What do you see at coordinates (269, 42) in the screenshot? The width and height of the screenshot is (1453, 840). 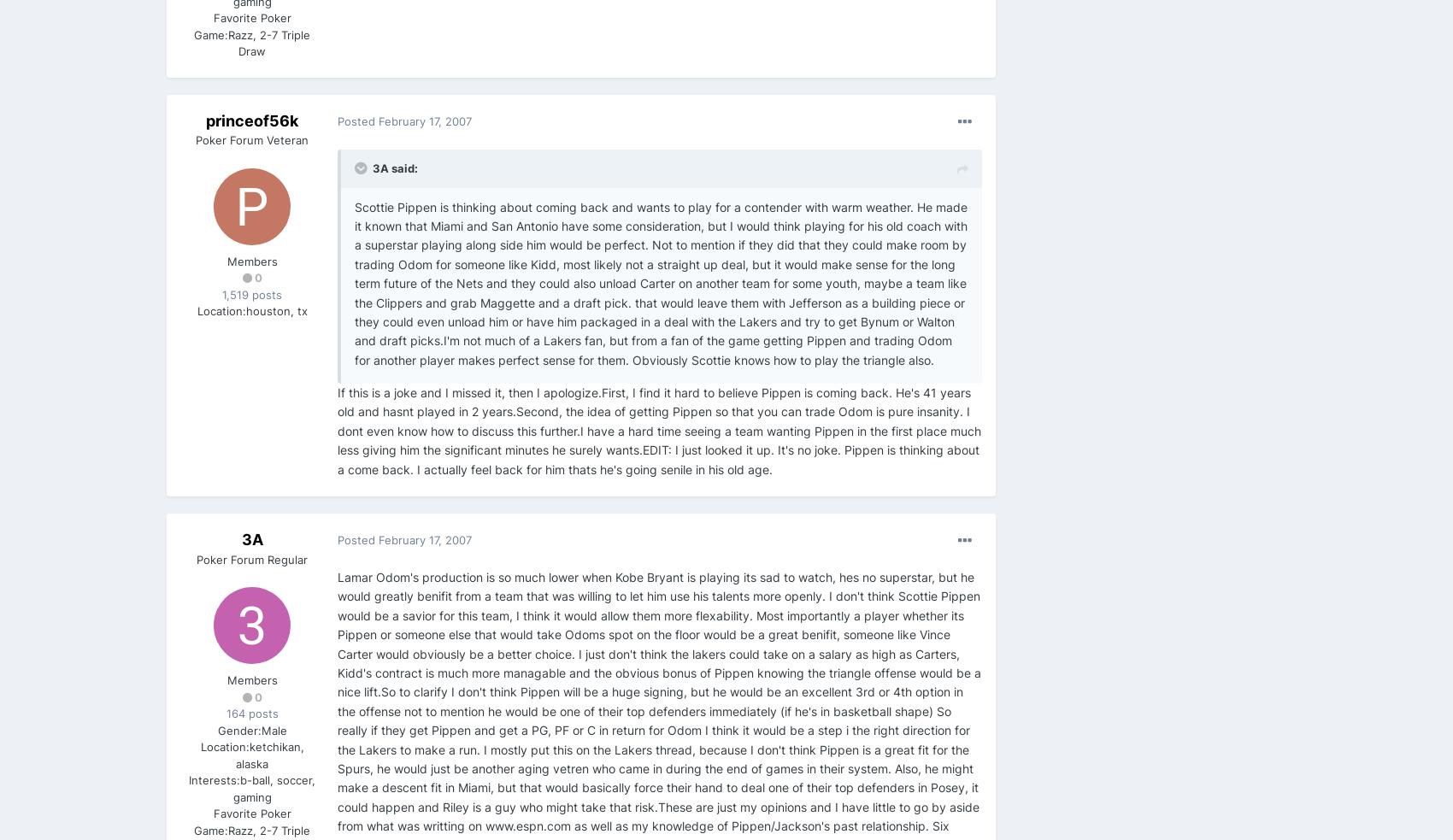 I see `'Razz, 2-7 Triple Draw'` at bounding box center [269, 42].